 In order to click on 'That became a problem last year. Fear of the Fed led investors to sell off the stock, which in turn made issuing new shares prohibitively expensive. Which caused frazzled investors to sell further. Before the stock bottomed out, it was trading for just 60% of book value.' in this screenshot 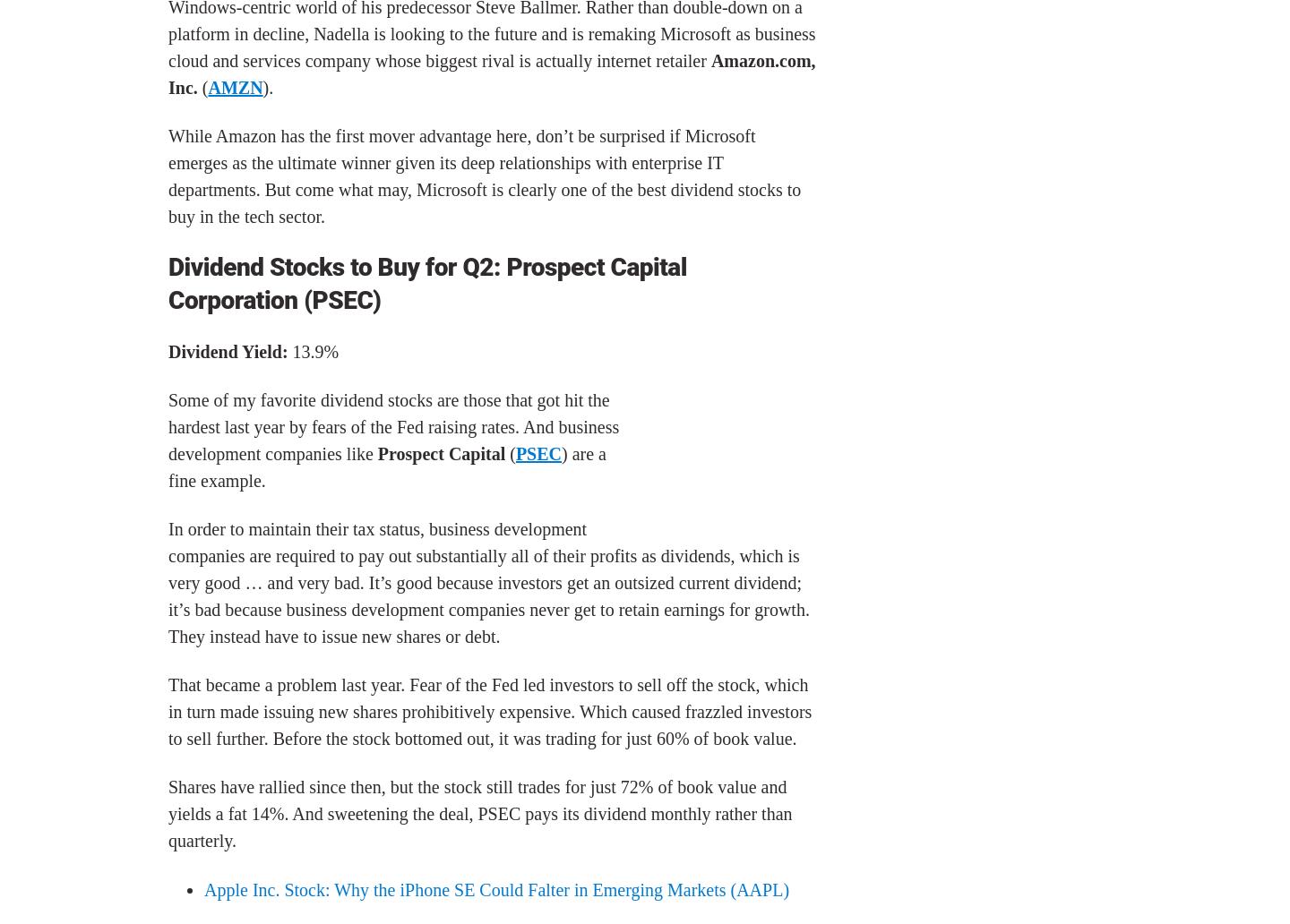, I will do `click(490, 711)`.